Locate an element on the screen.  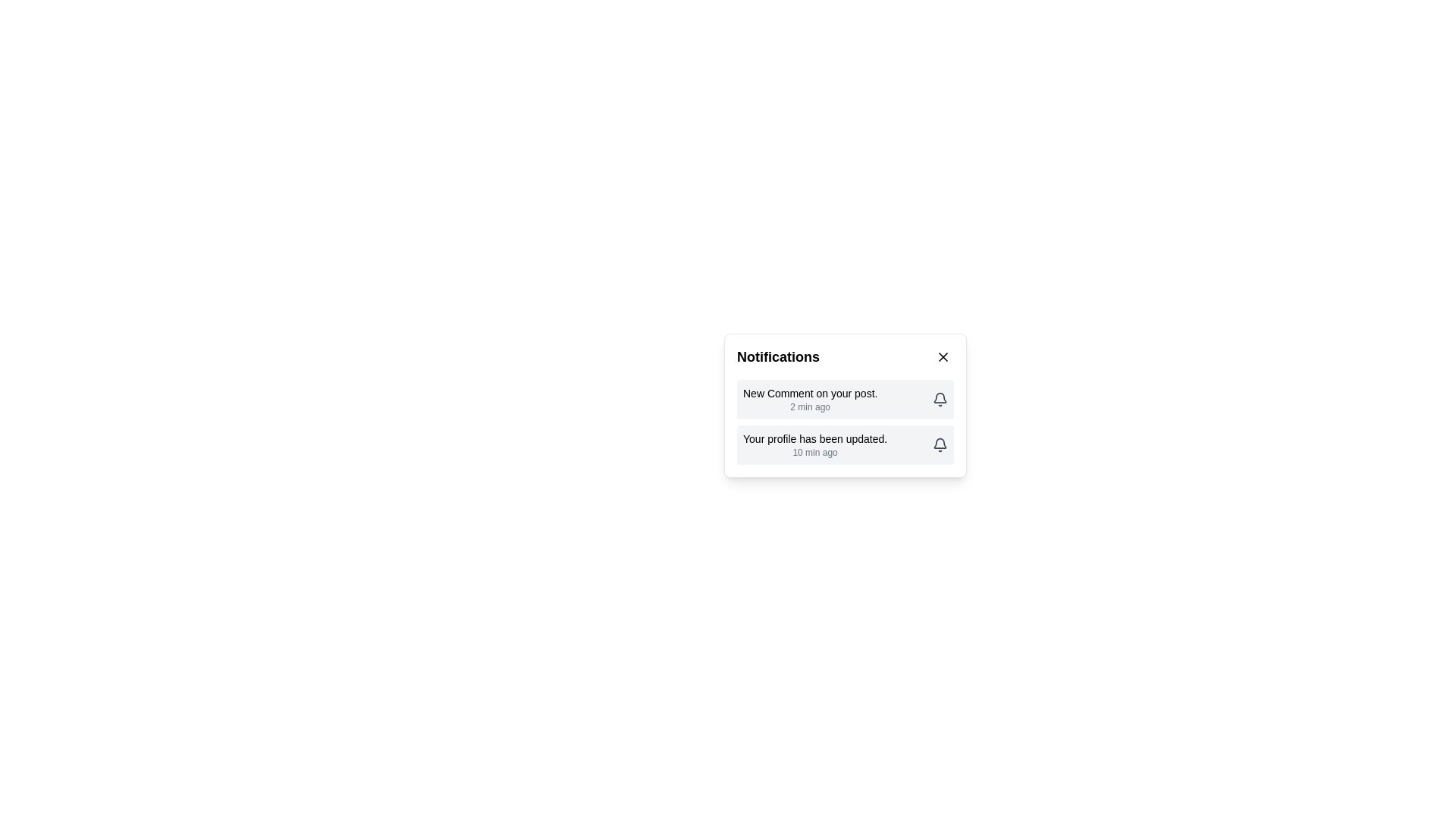
timestamp displayed beneath the 'Your profile has been updated.' notification label is located at coordinates (814, 452).